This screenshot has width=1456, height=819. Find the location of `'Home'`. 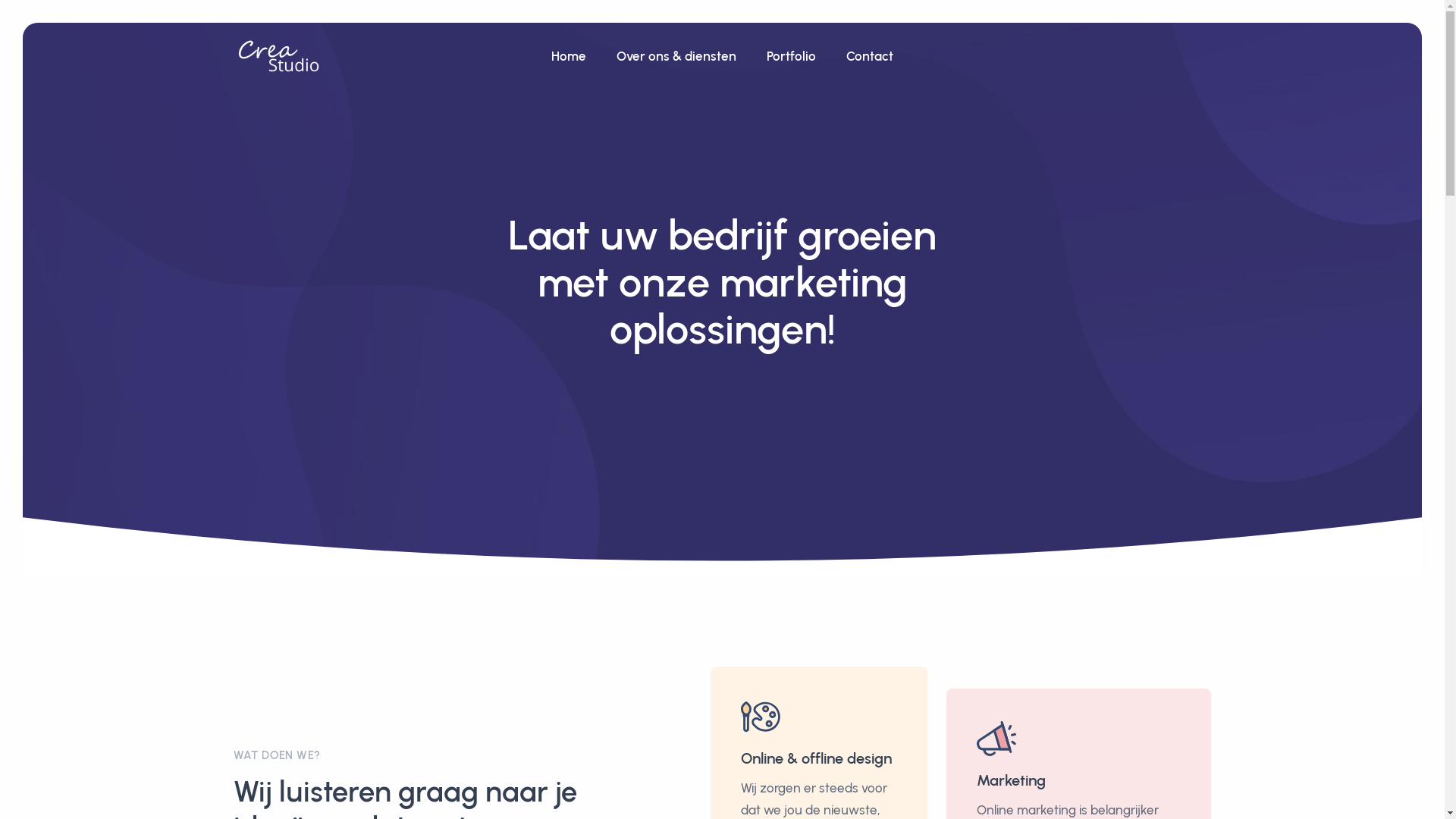

'Home' is located at coordinates (535, 55).